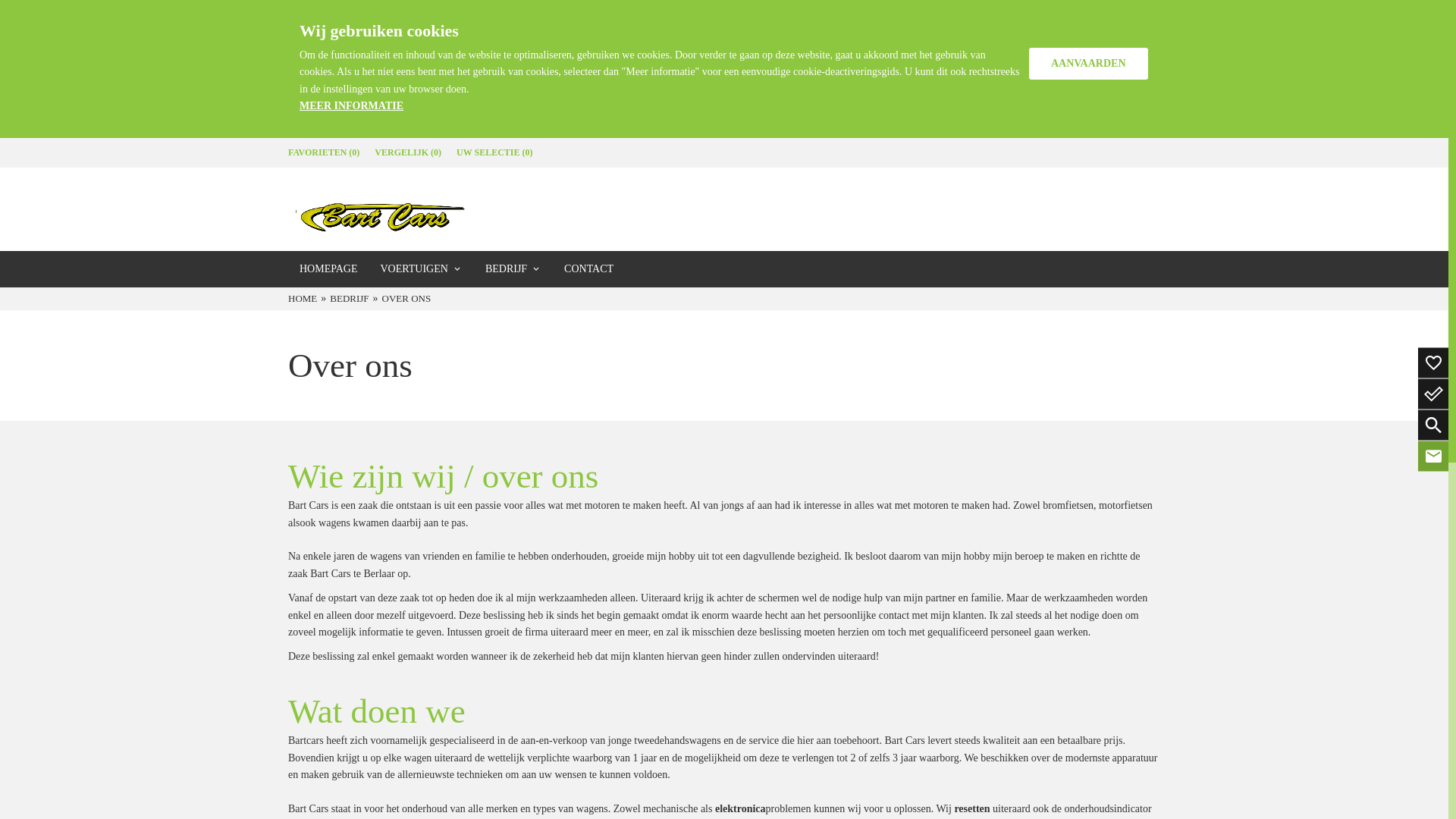 This screenshot has width=1456, height=819. What do you see at coordinates (421, 268) in the screenshot?
I see `'VOERTUIGEN'` at bounding box center [421, 268].